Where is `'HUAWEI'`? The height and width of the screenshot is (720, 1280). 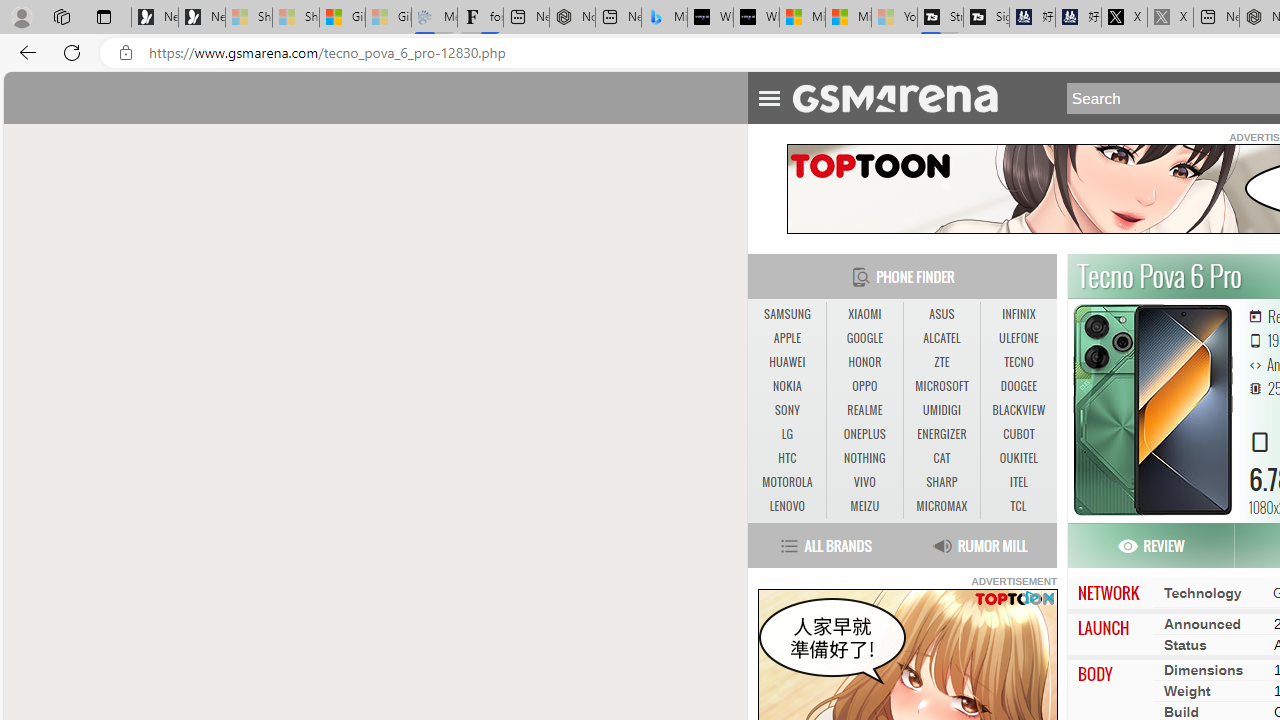 'HUAWEI' is located at coordinates (786, 362).